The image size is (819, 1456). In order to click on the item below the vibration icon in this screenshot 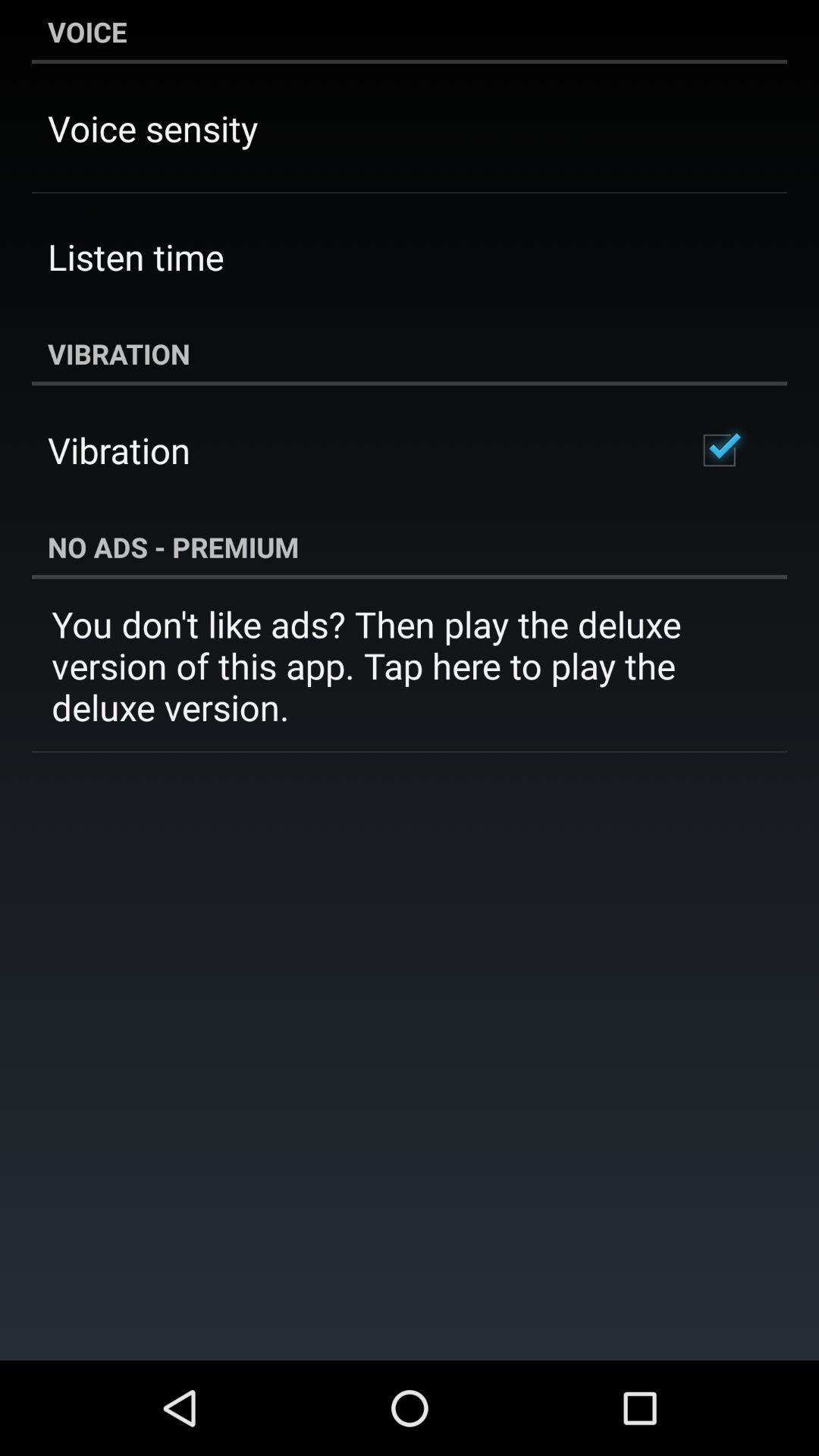, I will do `click(718, 450)`.